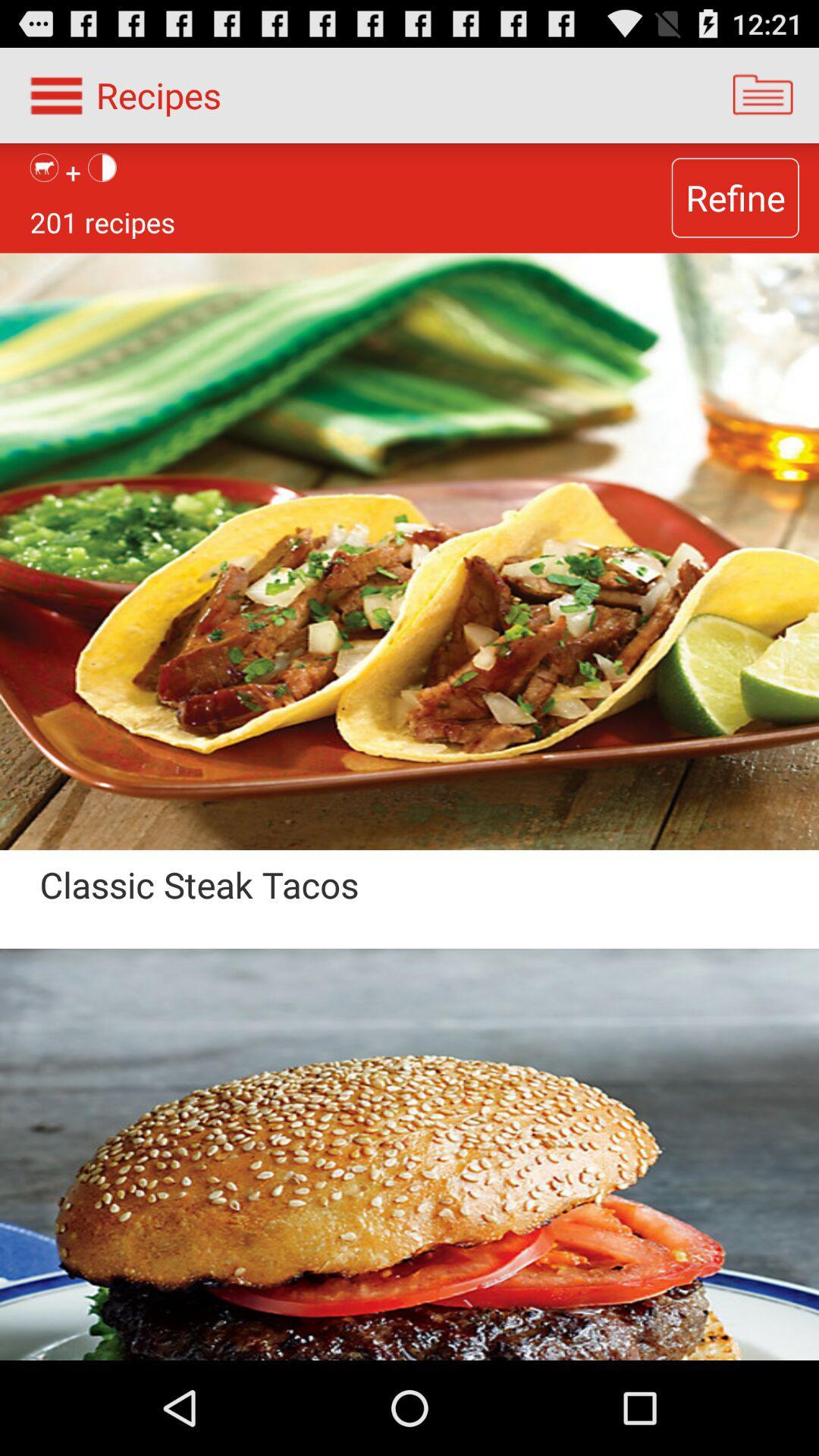 Image resolution: width=819 pixels, height=1456 pixels. What do you see at coordinates (763, 94) in the screenshot?
I see `the icon above refine button` at bounding box center [763, 94].